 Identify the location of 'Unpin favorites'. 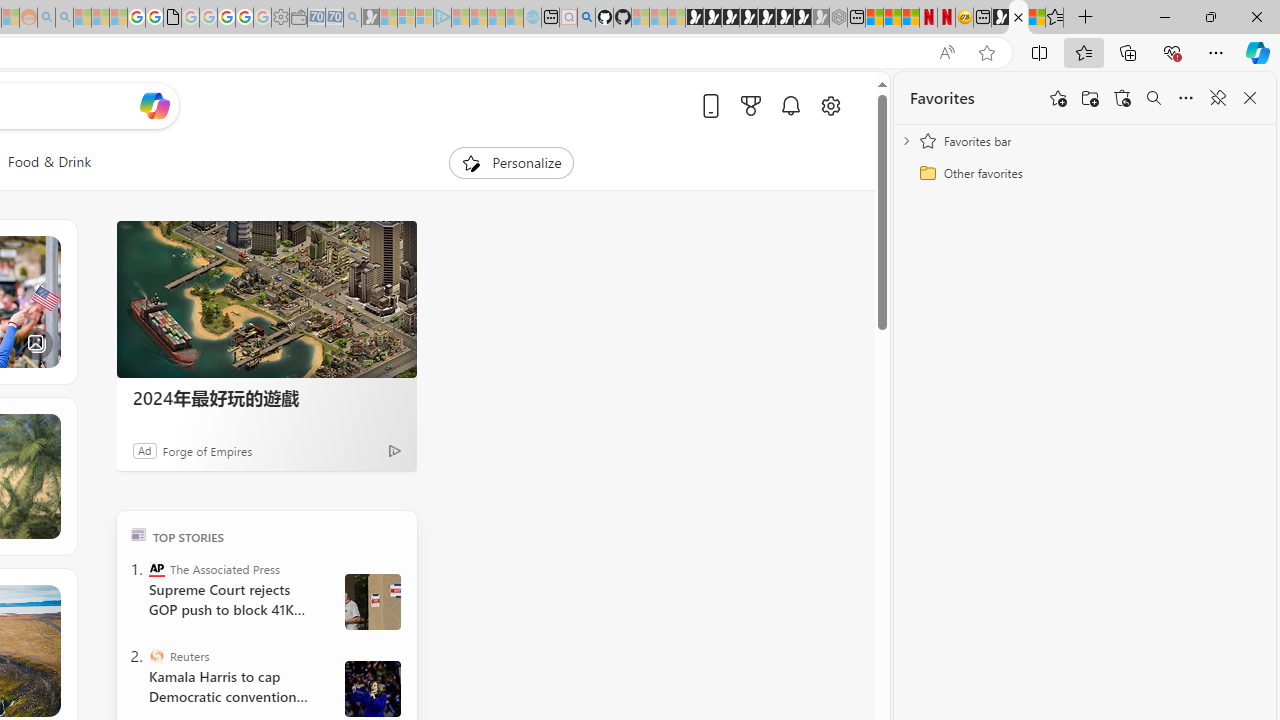
(1216, 98).